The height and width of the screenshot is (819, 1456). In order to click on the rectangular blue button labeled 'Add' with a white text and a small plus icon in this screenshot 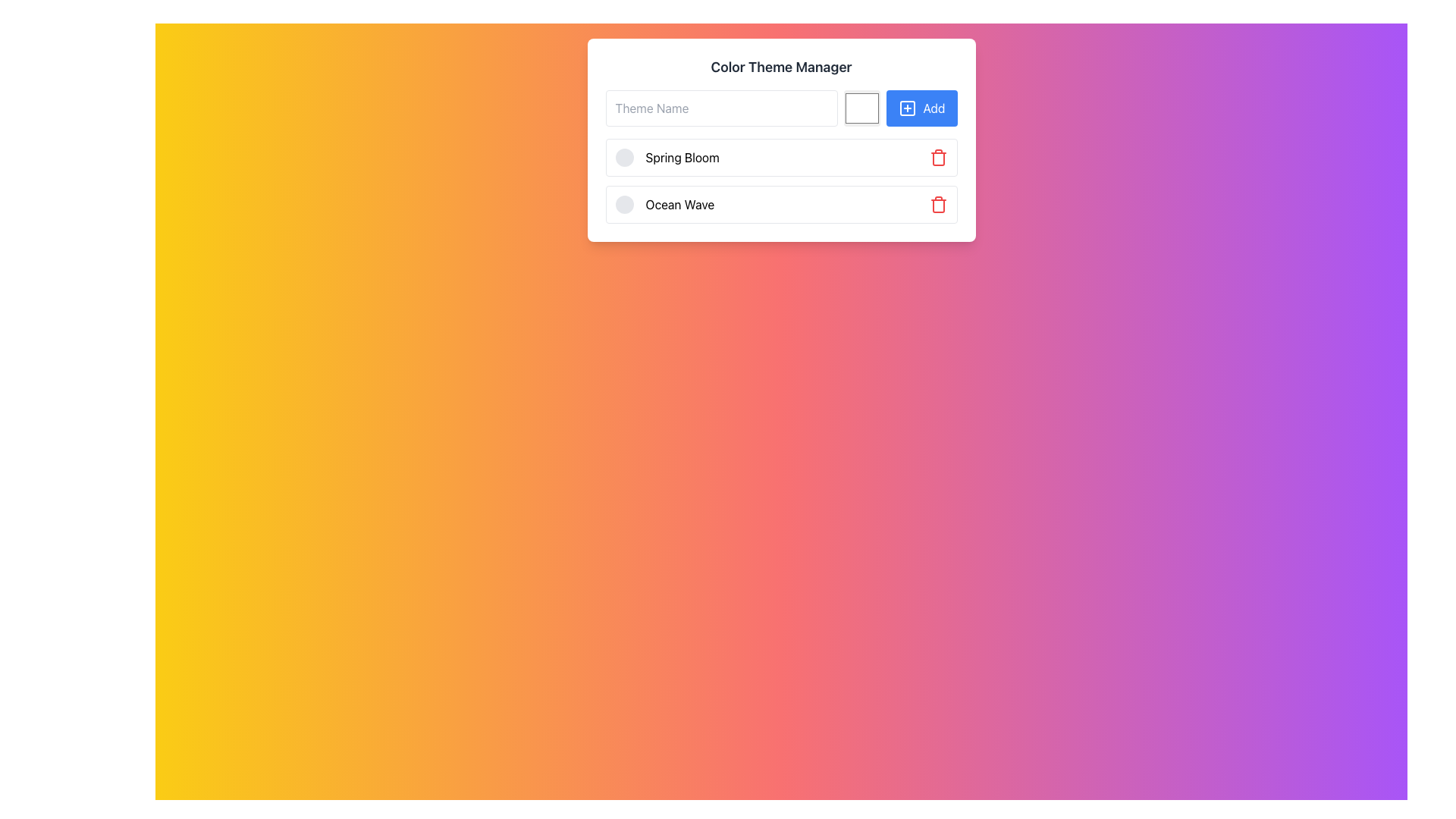, I will do `click(921, 107)`.